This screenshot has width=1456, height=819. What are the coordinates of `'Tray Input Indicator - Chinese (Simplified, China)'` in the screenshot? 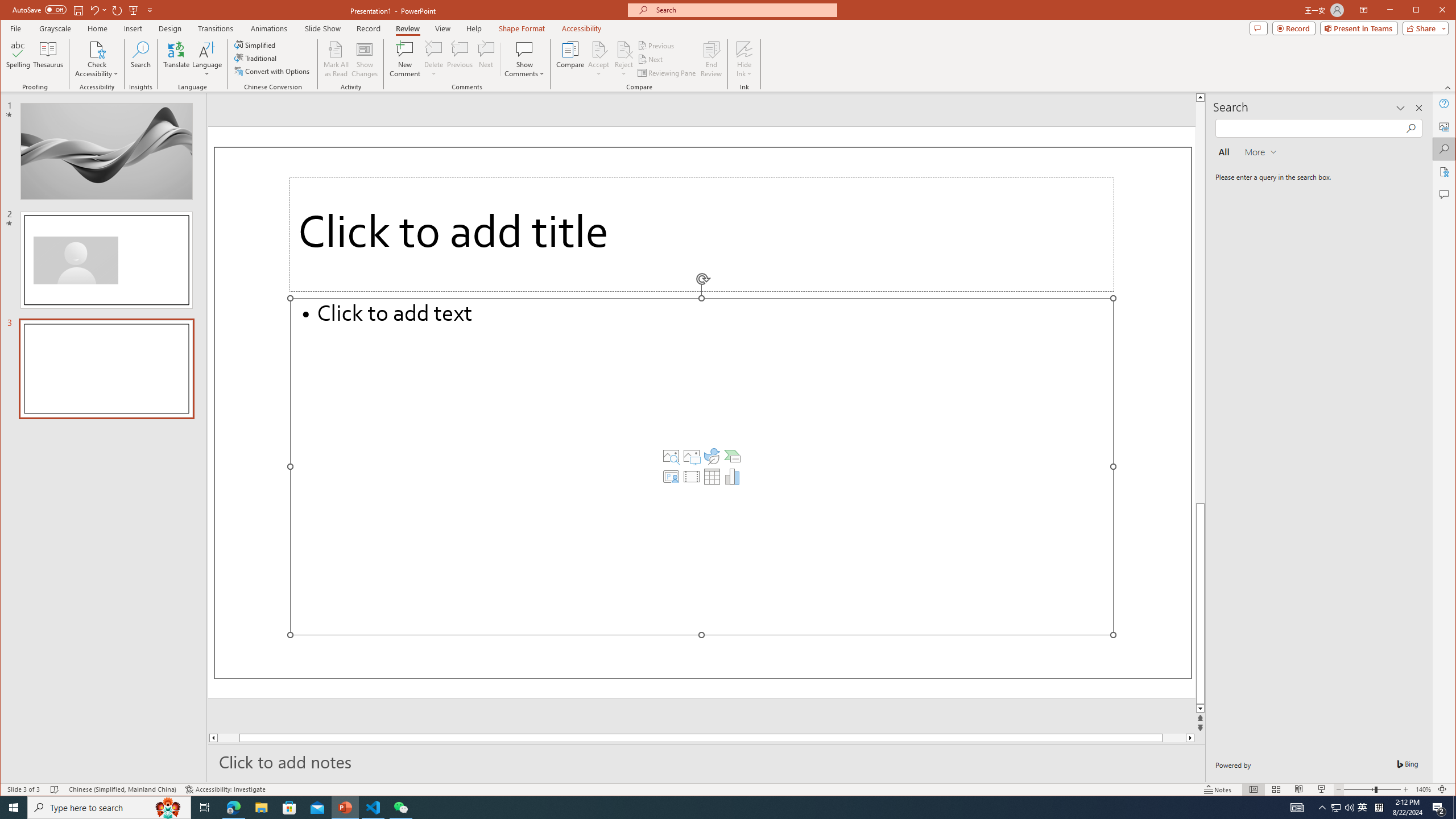 It's located at (1379, 806).